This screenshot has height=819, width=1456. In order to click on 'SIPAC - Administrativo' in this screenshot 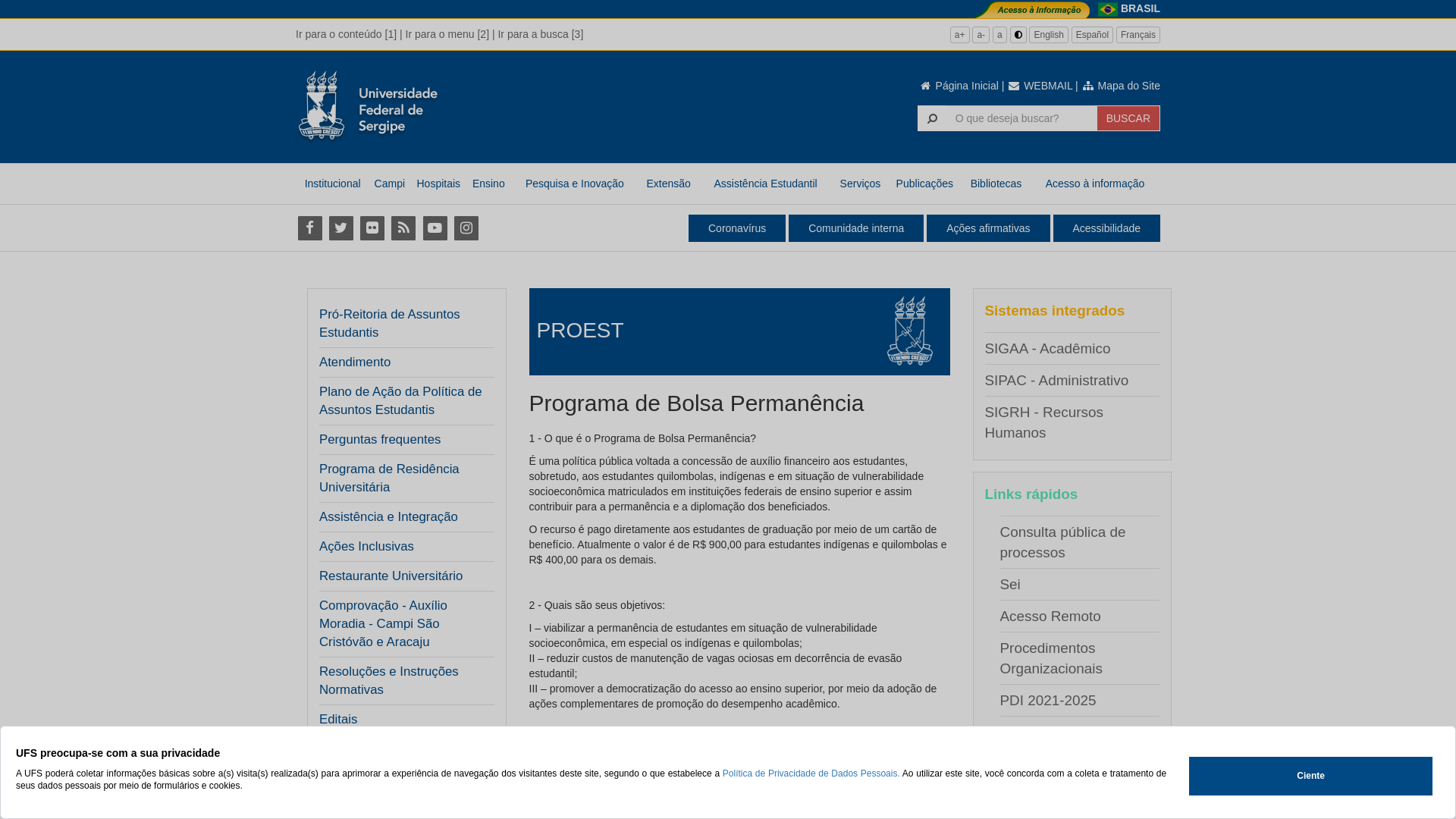, I will do `click(1055, 379)`.